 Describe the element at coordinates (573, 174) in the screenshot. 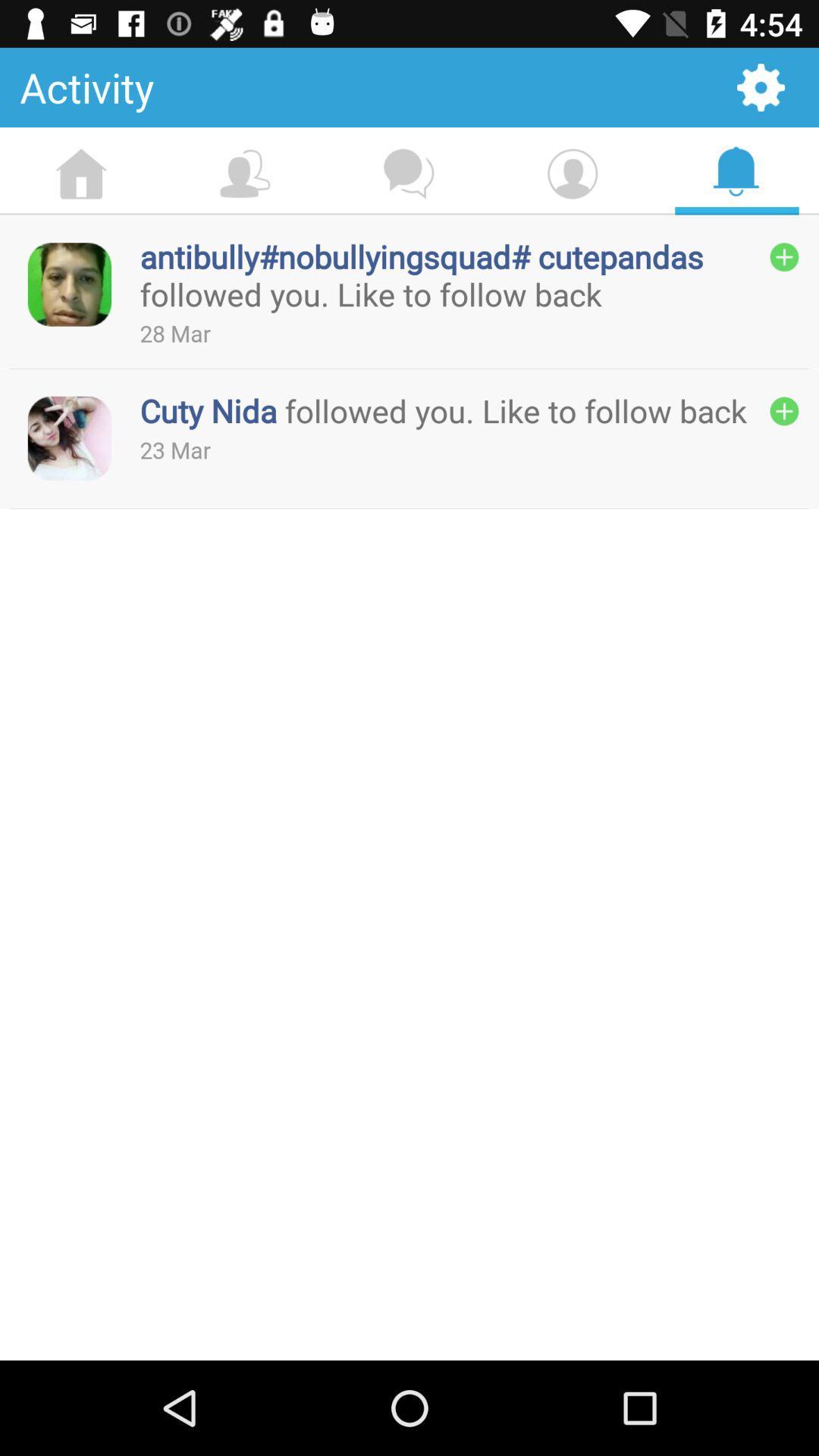

I see `profile image which is in between chat and bell icon` at that location.